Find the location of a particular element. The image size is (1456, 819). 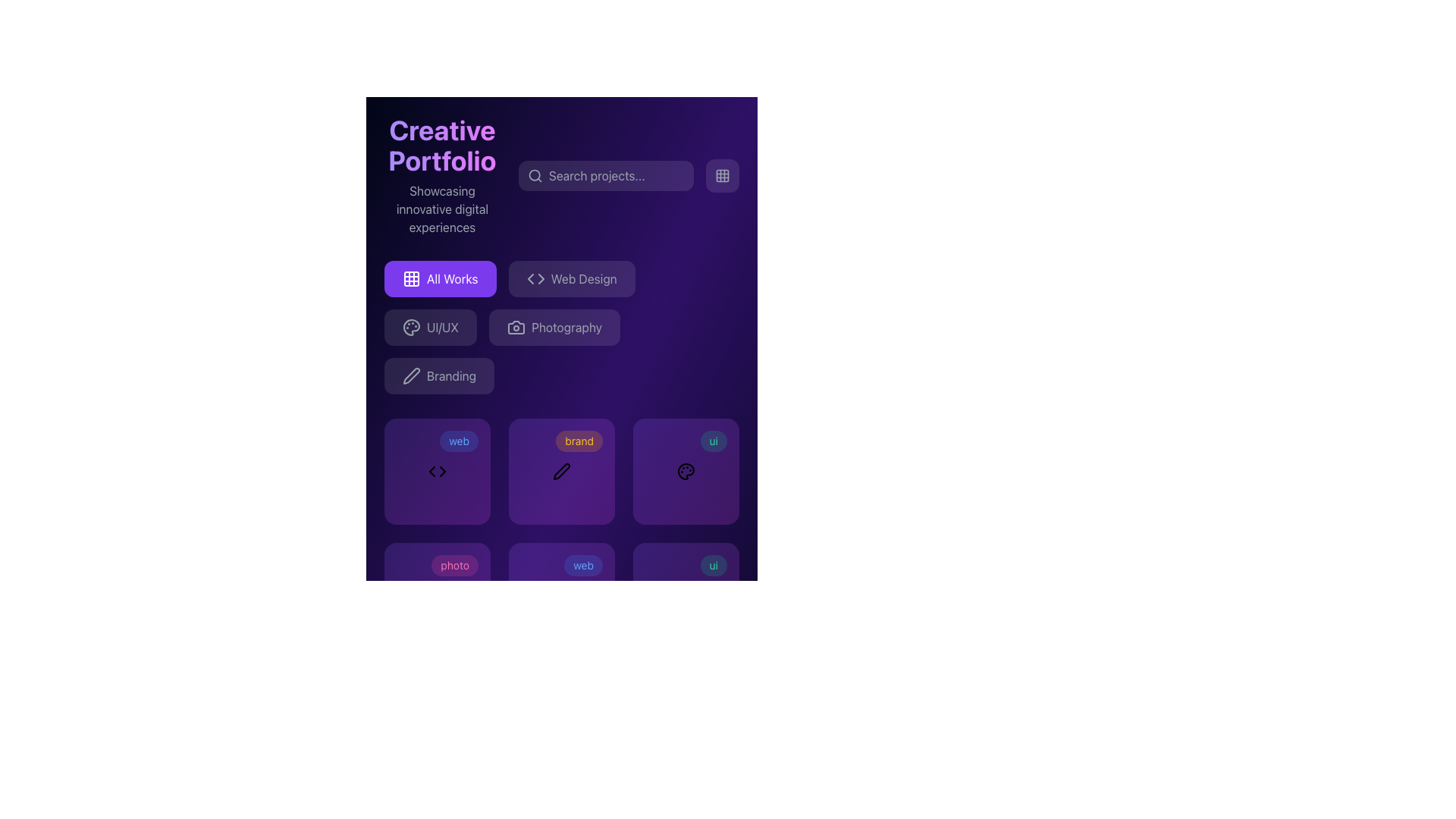

the left-pointing arrow within the 'code' icon, which is part of the 'Web Design' button located in the second row of buttons is located at coordinates (530, 278).